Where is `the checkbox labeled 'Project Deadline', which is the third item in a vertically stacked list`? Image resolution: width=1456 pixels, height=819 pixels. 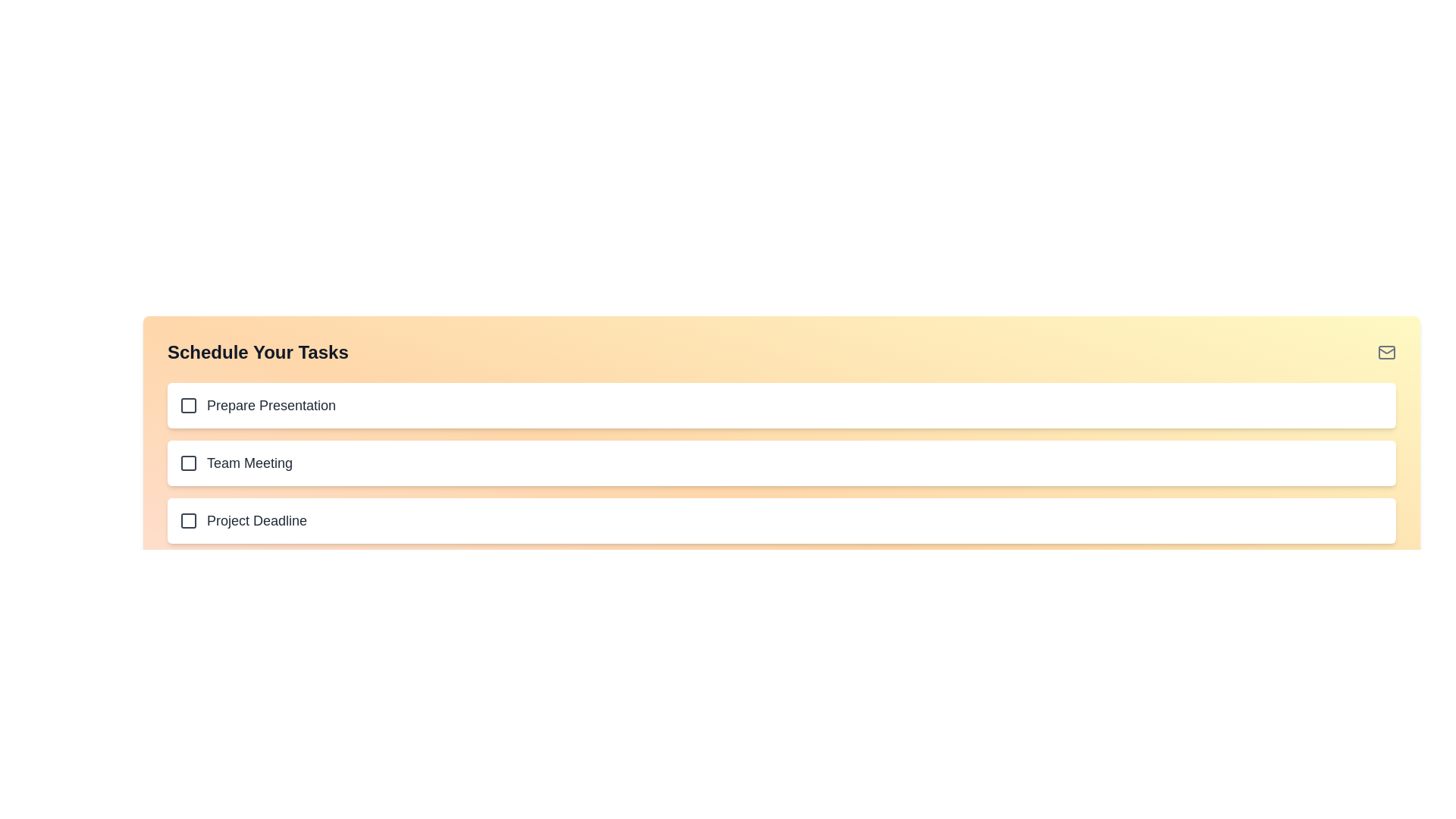
the checkbox labeled 'Project Deadline', which is the third item in a vertically stacked list is located at coordinates (782, 519).